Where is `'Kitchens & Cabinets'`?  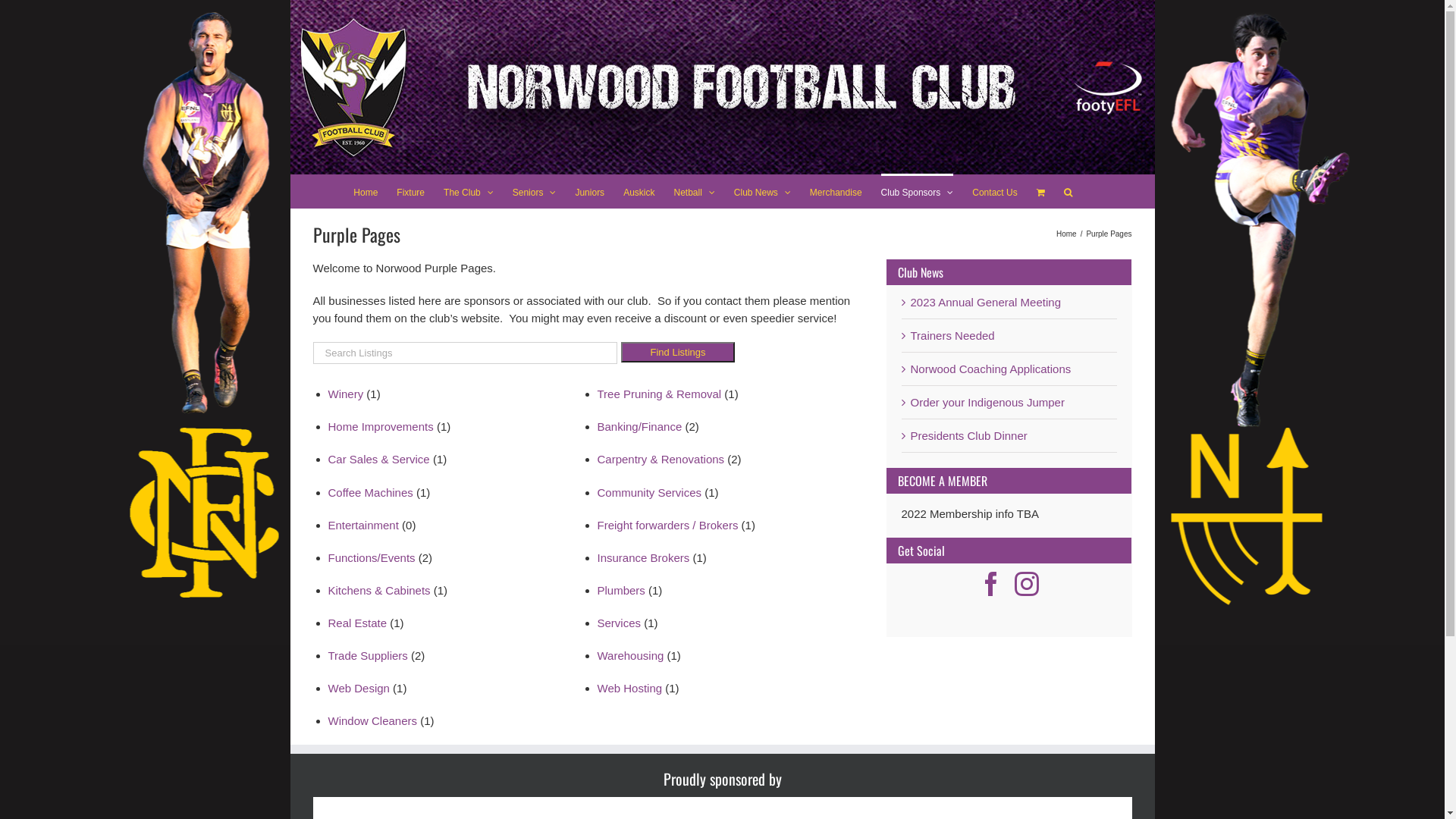 'Kitchens & Cabinets' is located at coordinates (378, 589).